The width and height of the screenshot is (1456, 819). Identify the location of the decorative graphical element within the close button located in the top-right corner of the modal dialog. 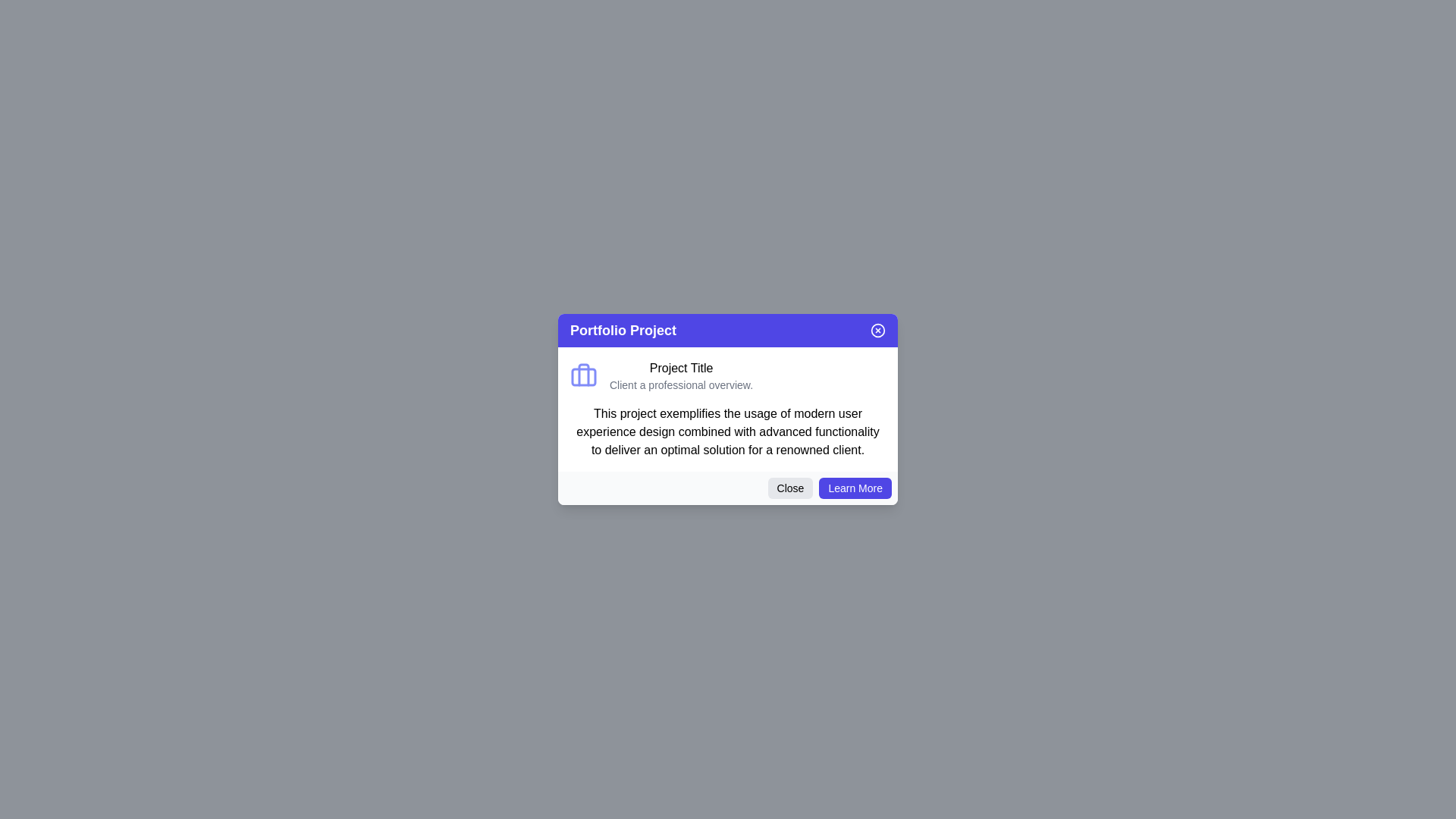
(877, 329).